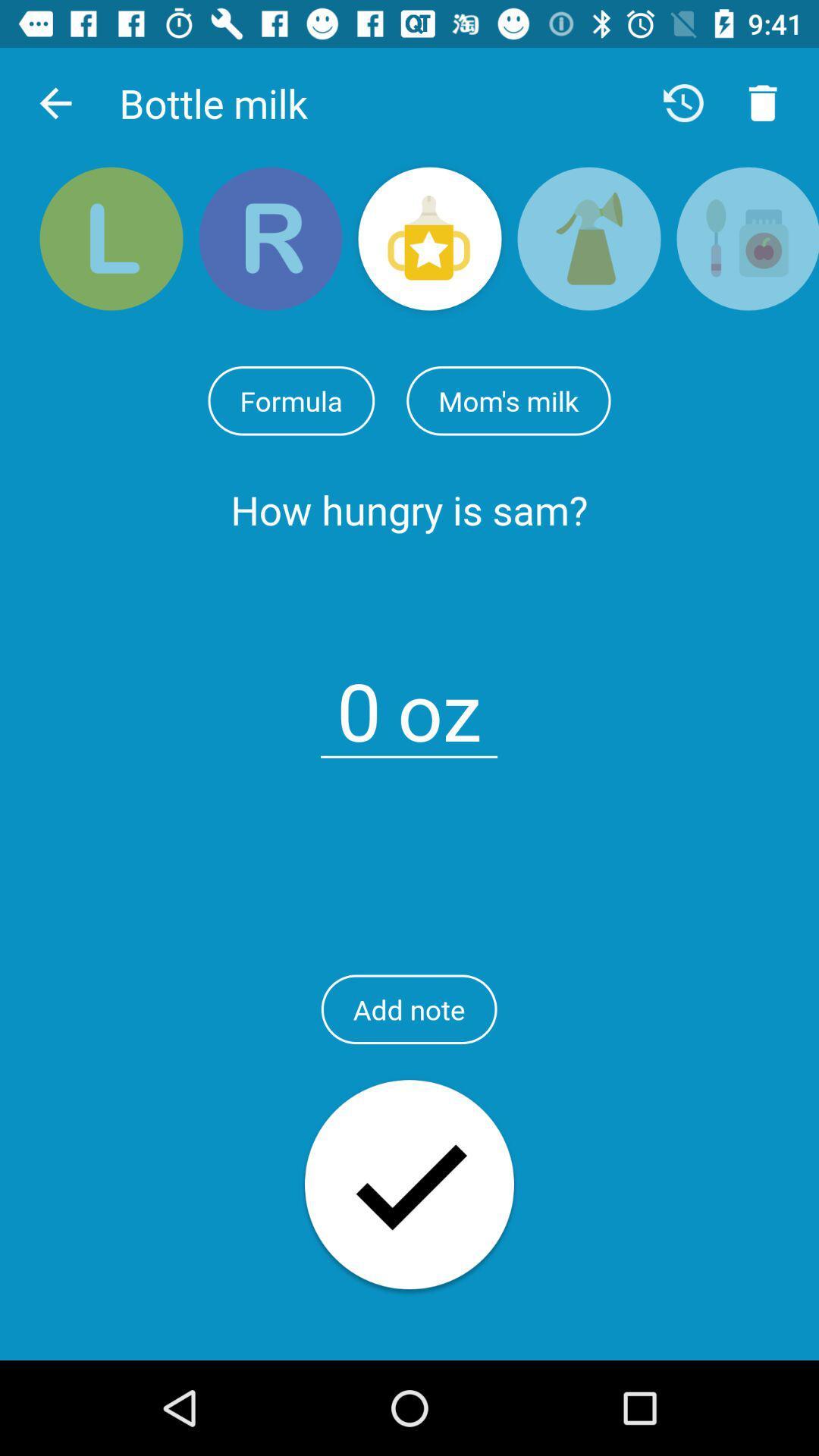 This screenshot has width=819, height=1456. What do you see at coordinates (408, 1009) in the screenshot?
I see `the add note` at bounding box center [408, 1009].